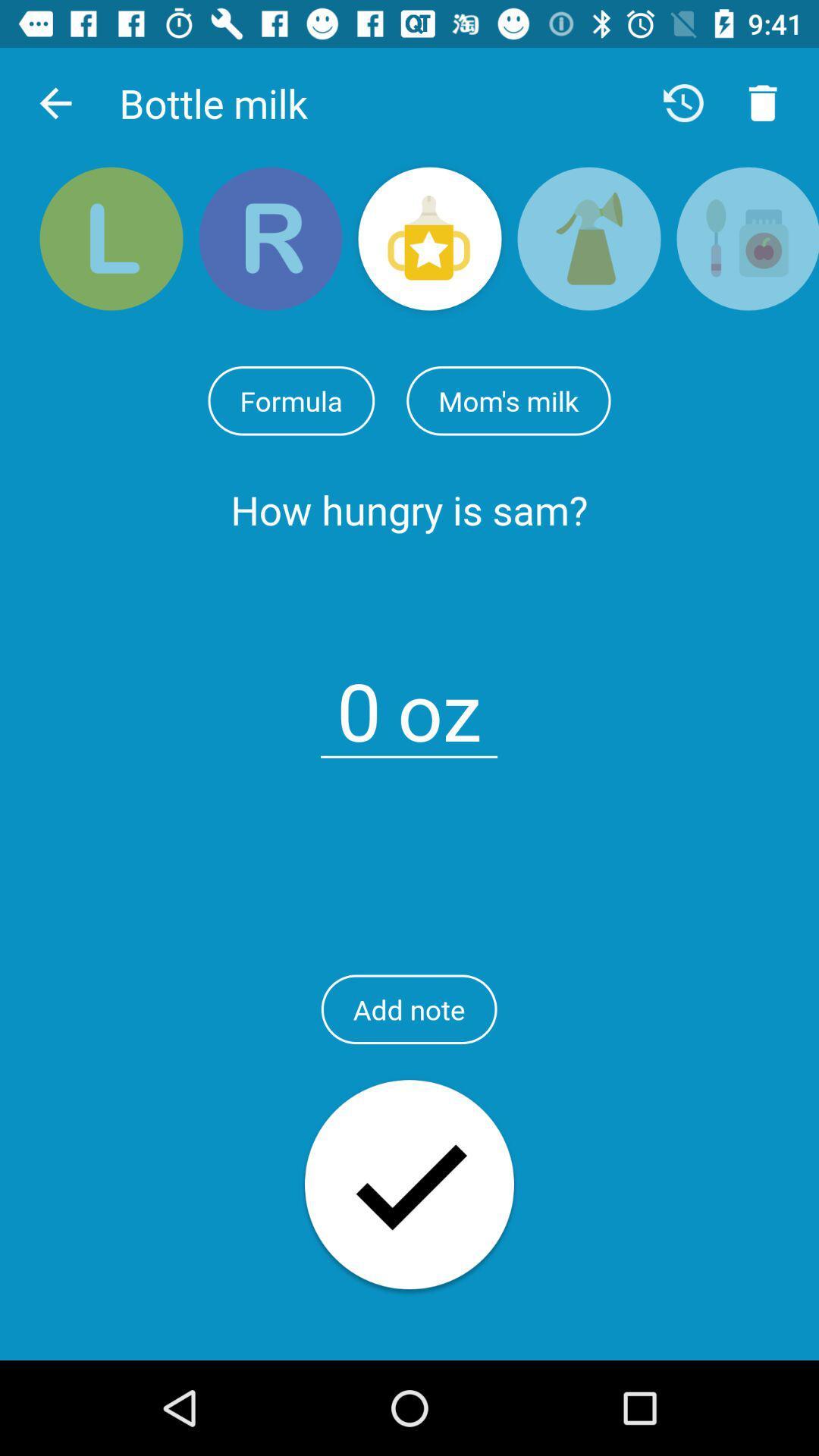 This screenshot has width=819, height=1456. What do you see at coordinates (408, 1009) in the screenshot?
I see `the add note` at bounding box center [408, 1009].